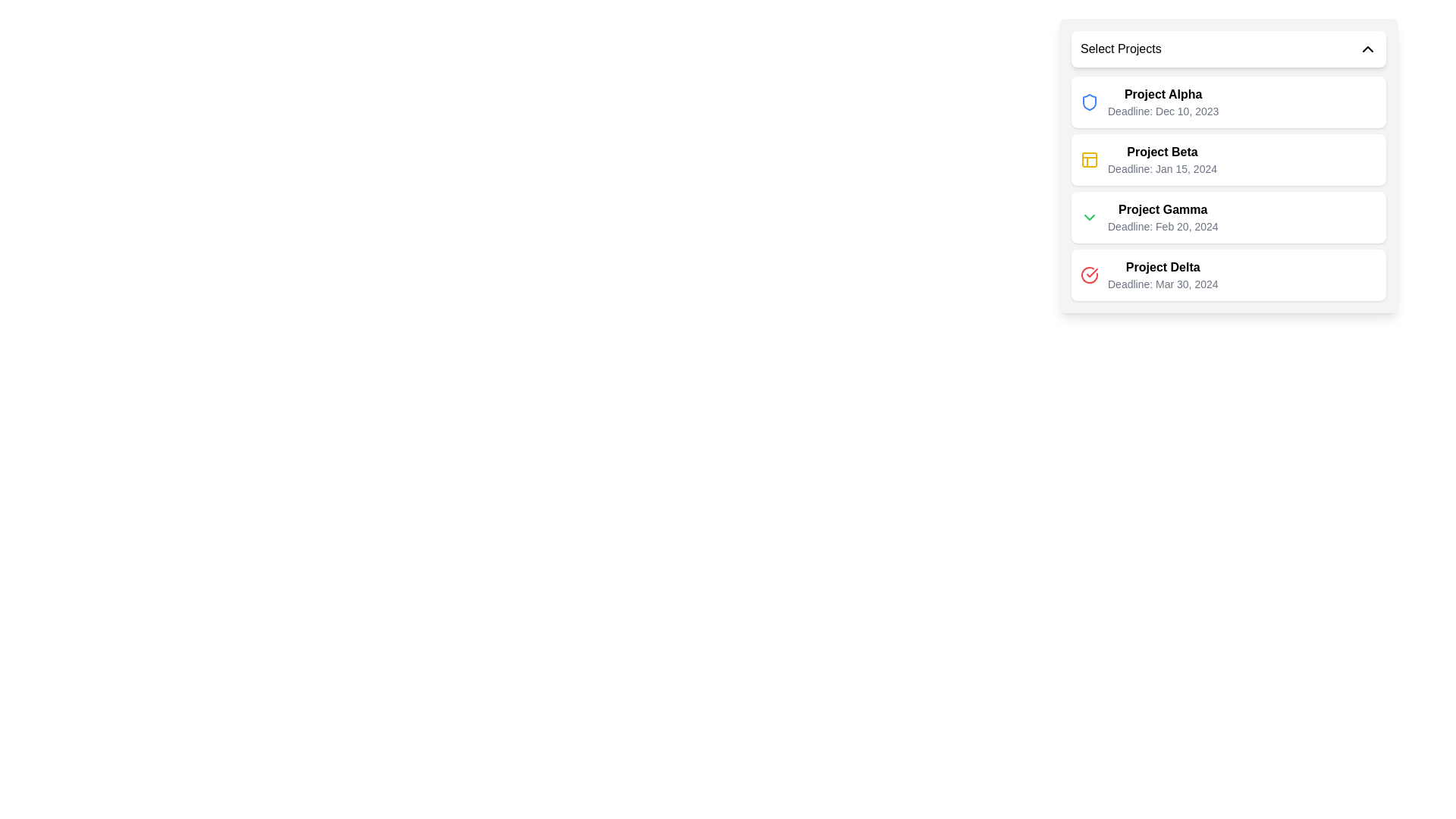 Image resolution: width=1456 pixels, height=819 pixels. What do you see at coordinates (1163, 102) in the screenshot?
I see `the text block displaying the project name and deadline in the dropdown list, located to the right of the blue icon in the first item titled 'Select Projects'` at bounding box center [1163, 102].